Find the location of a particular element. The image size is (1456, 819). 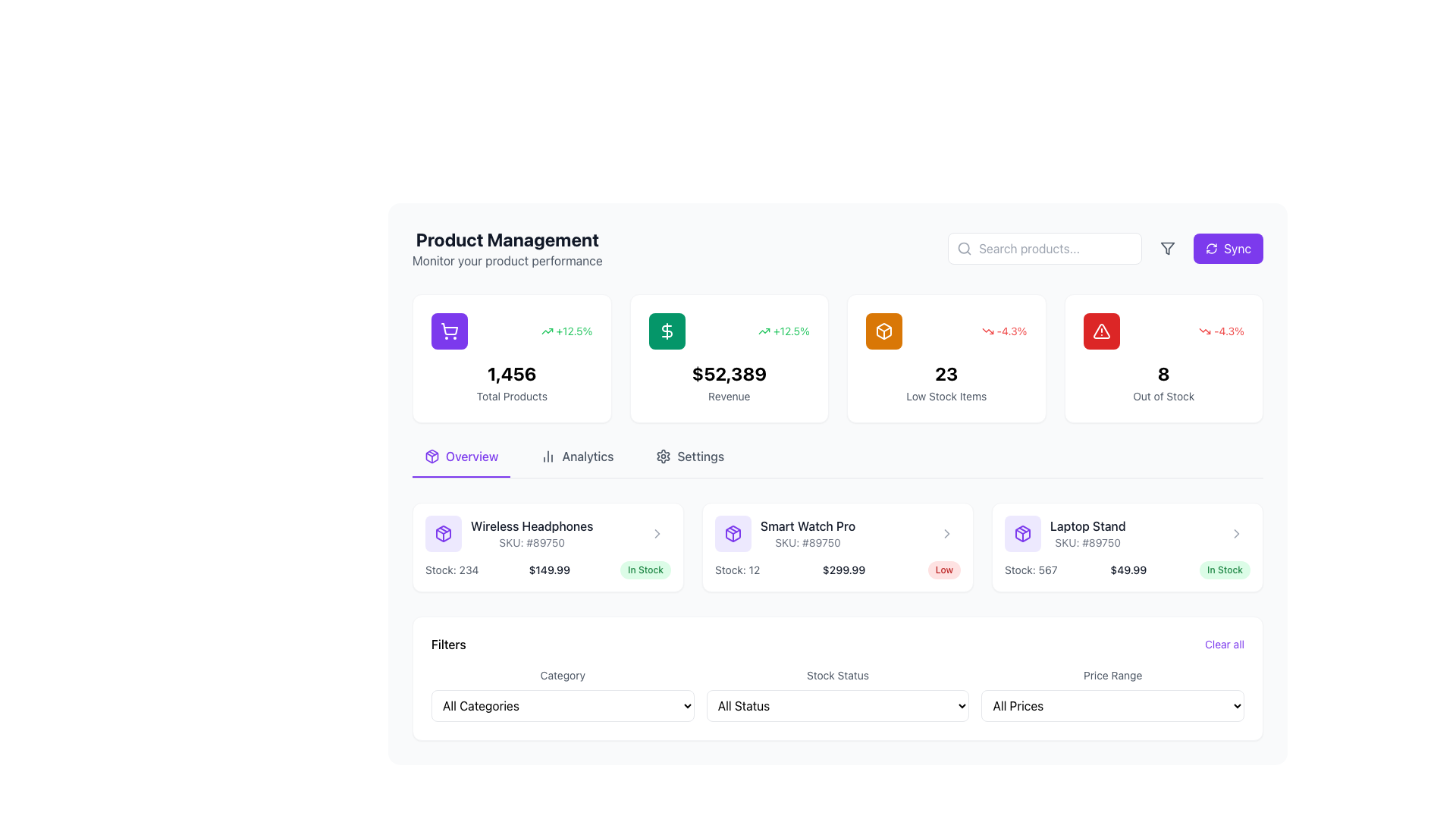

the chevron icon in the top-right corner of the 'Smart Watch Pro' product card is located at coordinates (946, 533).